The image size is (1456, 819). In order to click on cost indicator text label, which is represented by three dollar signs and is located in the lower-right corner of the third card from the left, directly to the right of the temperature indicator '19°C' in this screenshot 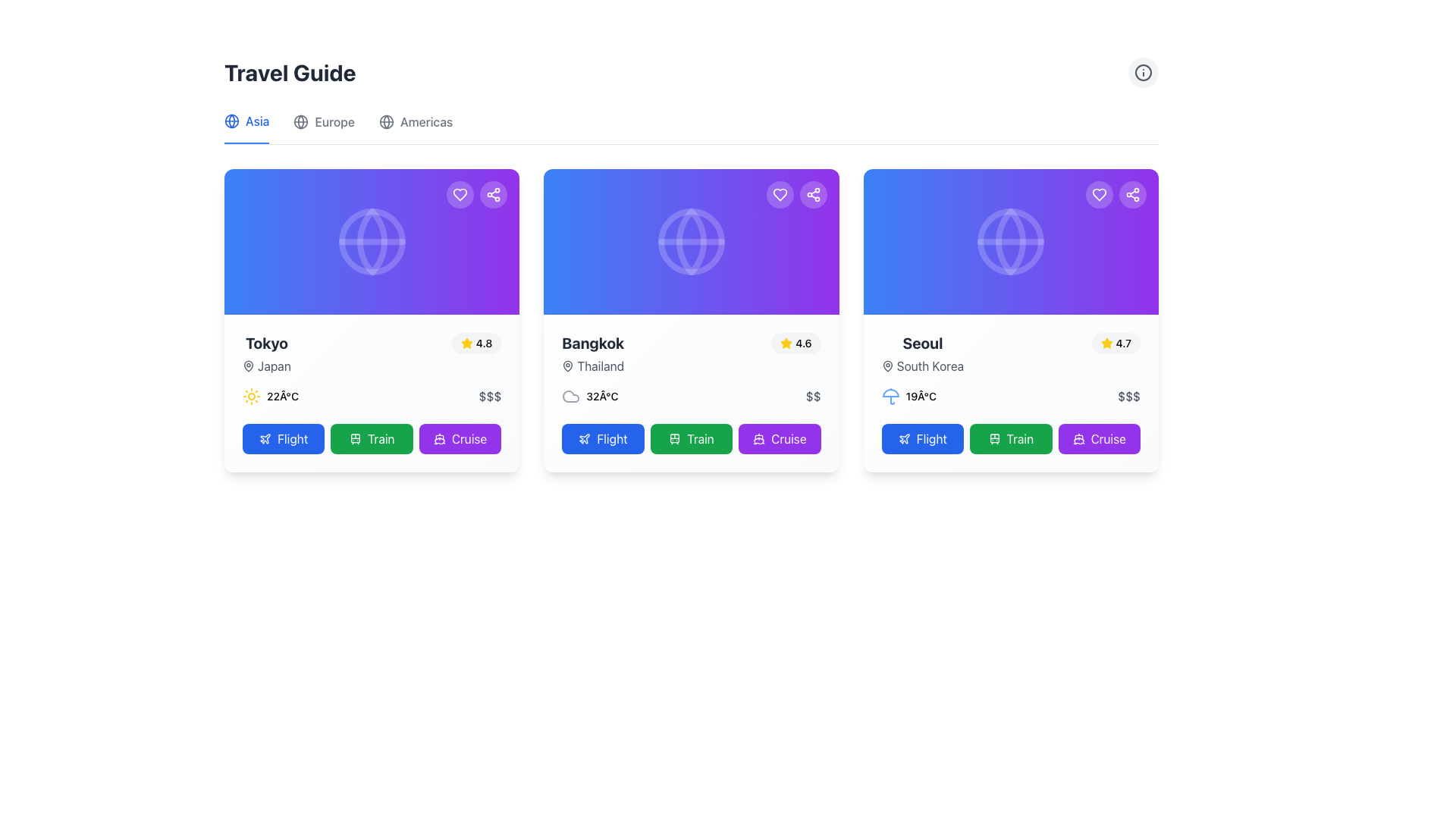, I will do `click(1128, 396)`.